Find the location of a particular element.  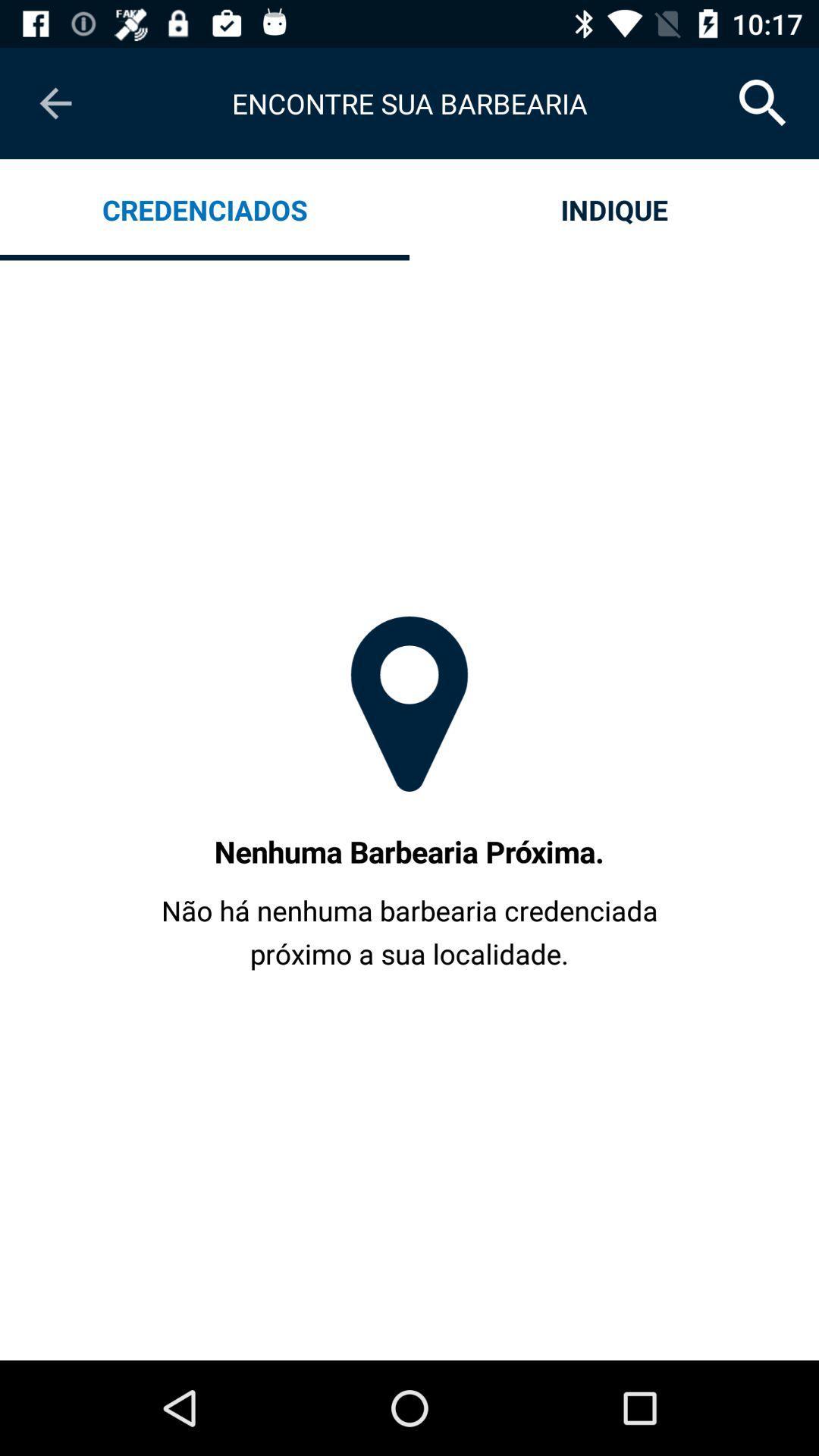

indique item is located at coordinates (614, 209).